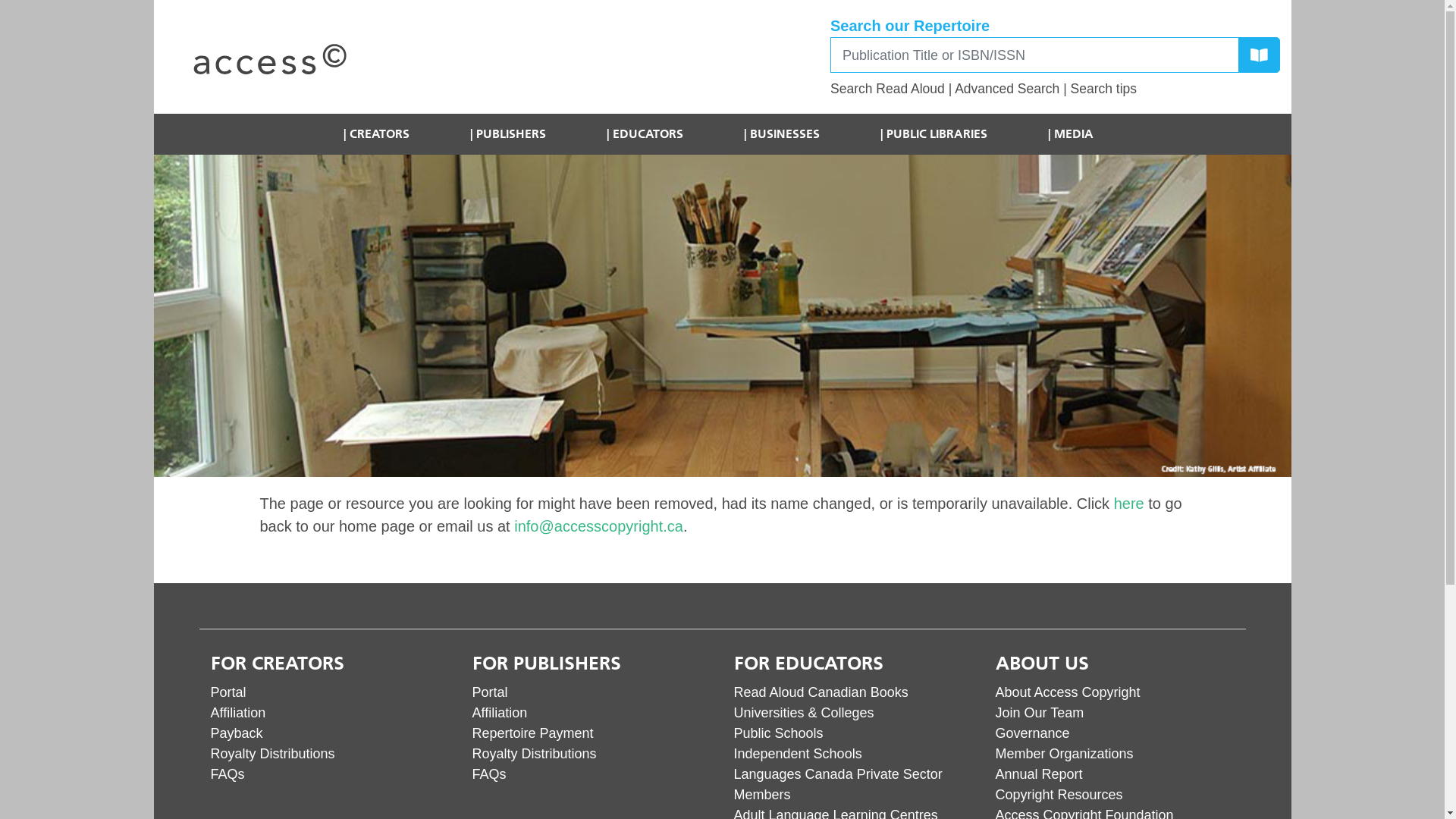 The width and height of the screenshot is (1456, 819). What do you see at coordinates (1037, 774) in the screenshot?
I see `'Annual Report'` at bounding box center [1037, 774].